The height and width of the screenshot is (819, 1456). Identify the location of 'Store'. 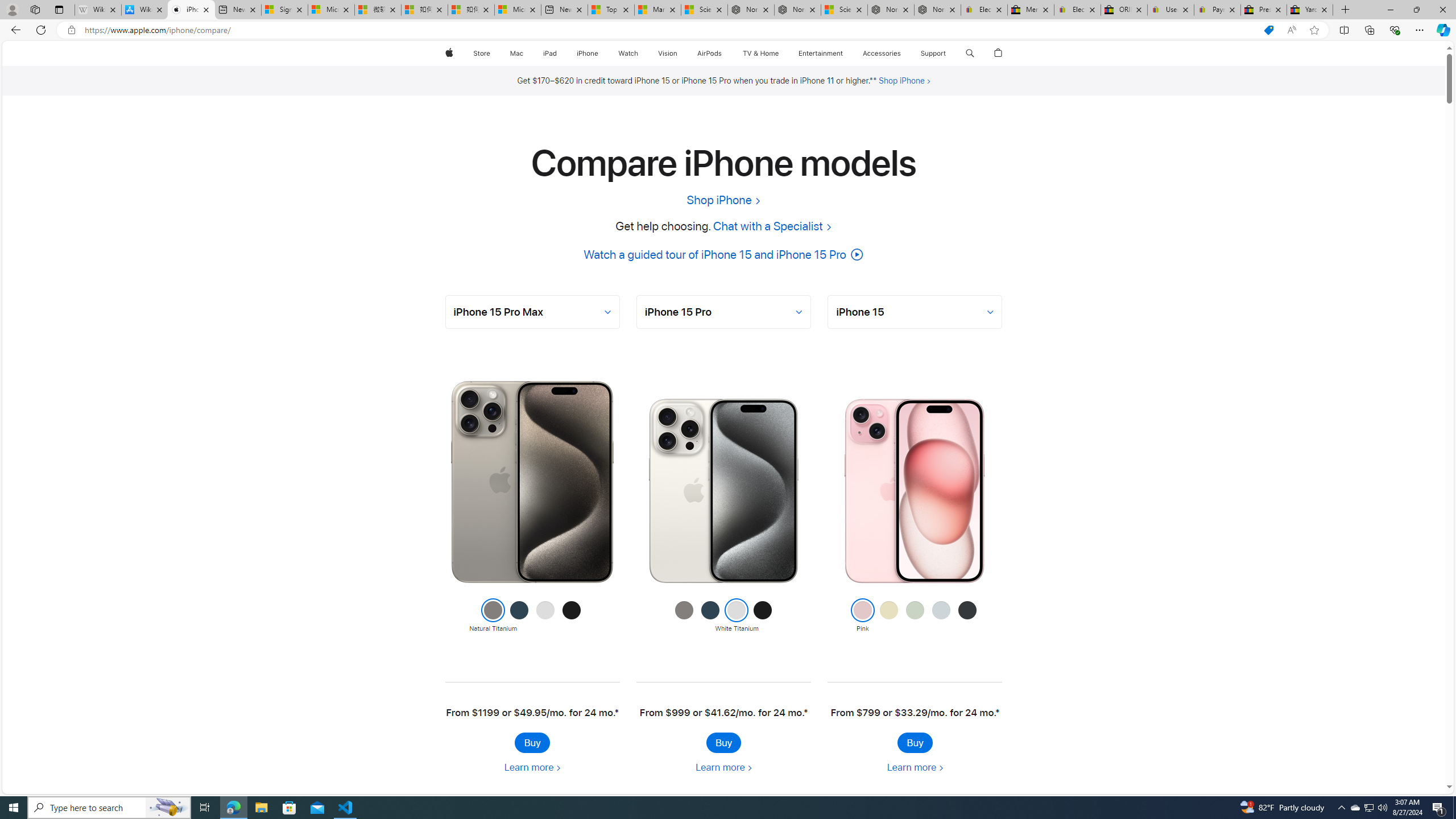
(481, 53).